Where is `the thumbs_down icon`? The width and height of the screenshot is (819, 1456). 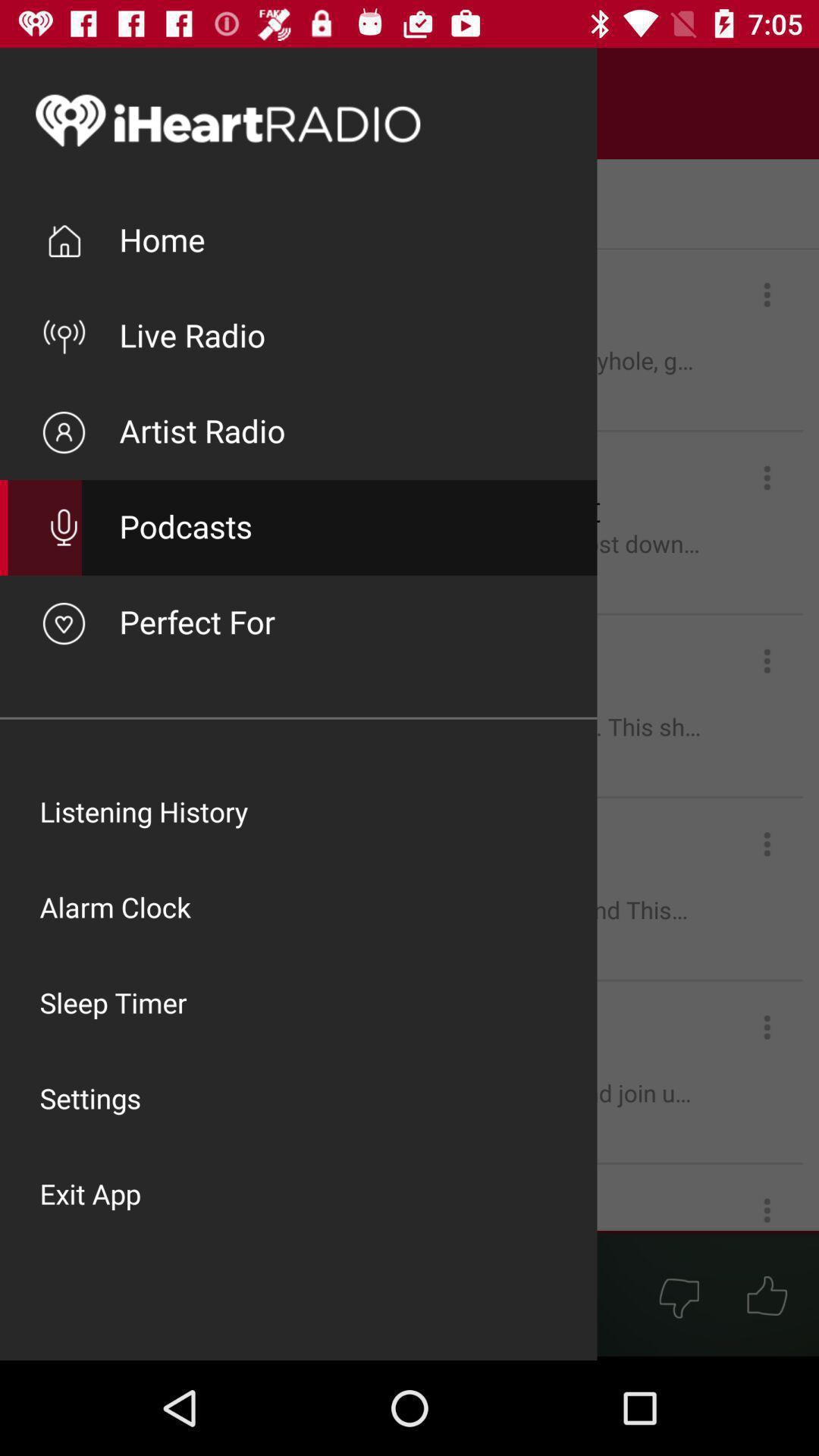
the thumbs_down icon is located at coordinates (678, 1295).